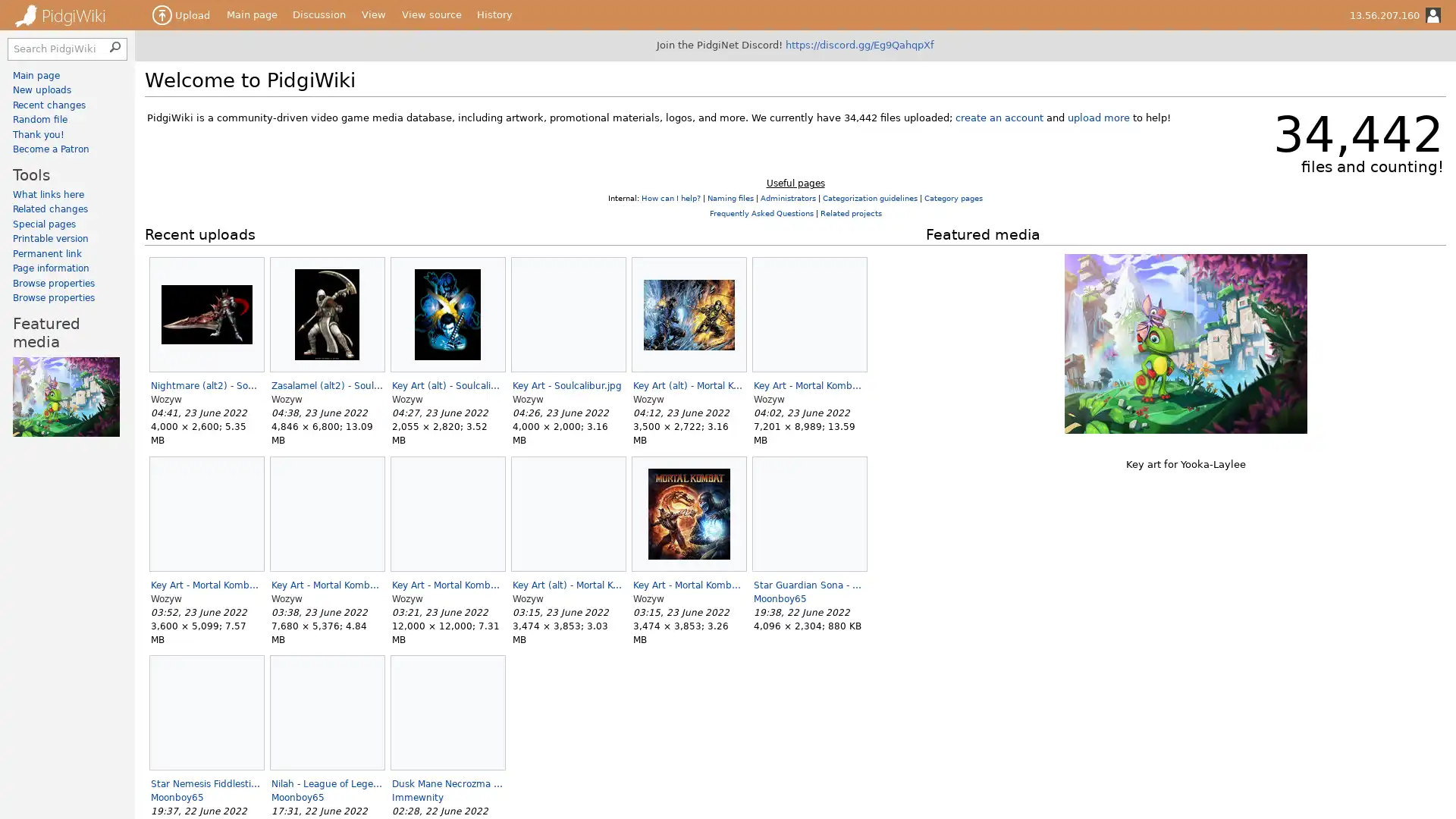  I want to click on Search, so click(116, 45).